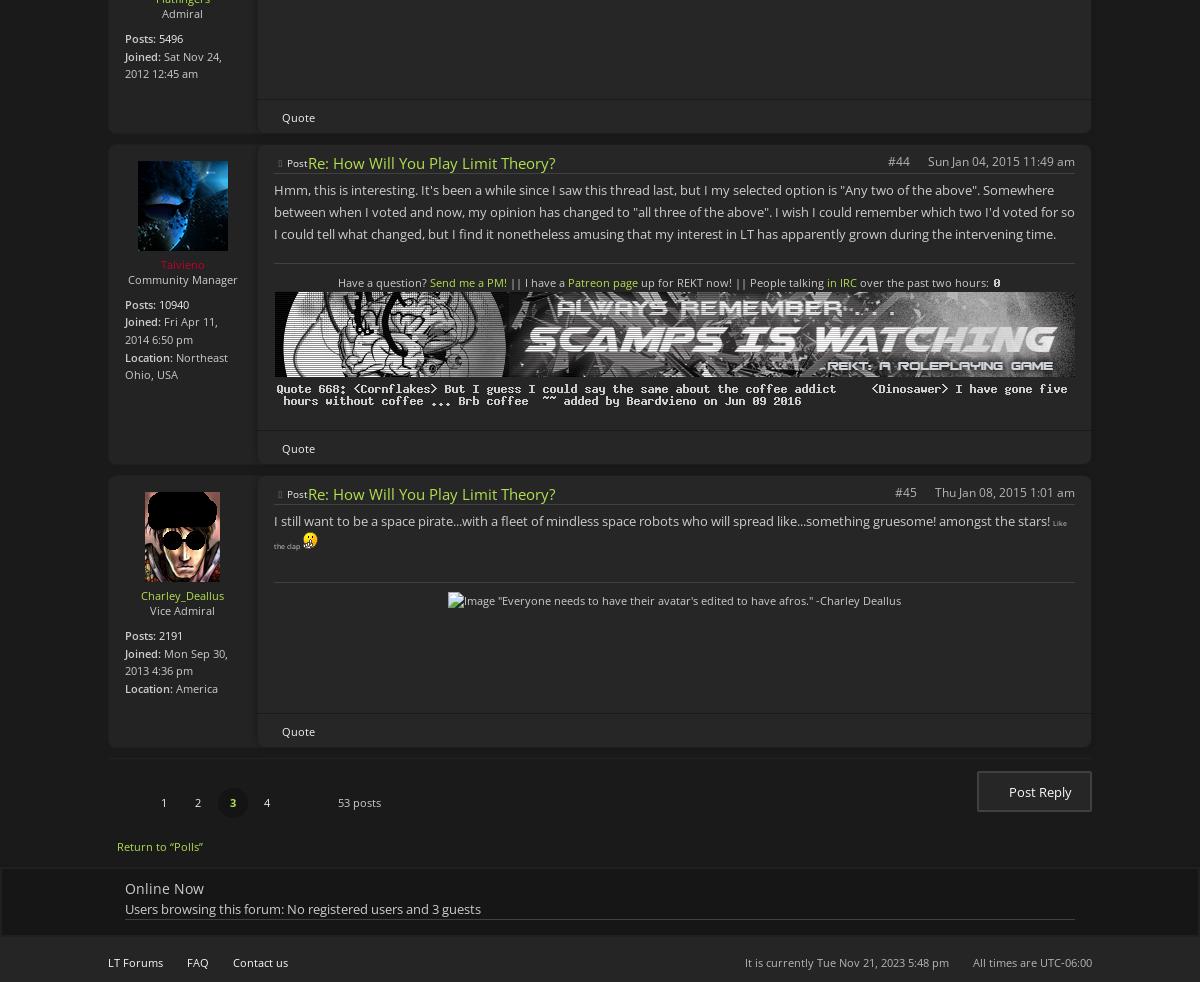 This screenshot has height=982, width=1200. Describe the element at coordinates (1006, 962) in the screenshot. I see `'All times are'` at that location.